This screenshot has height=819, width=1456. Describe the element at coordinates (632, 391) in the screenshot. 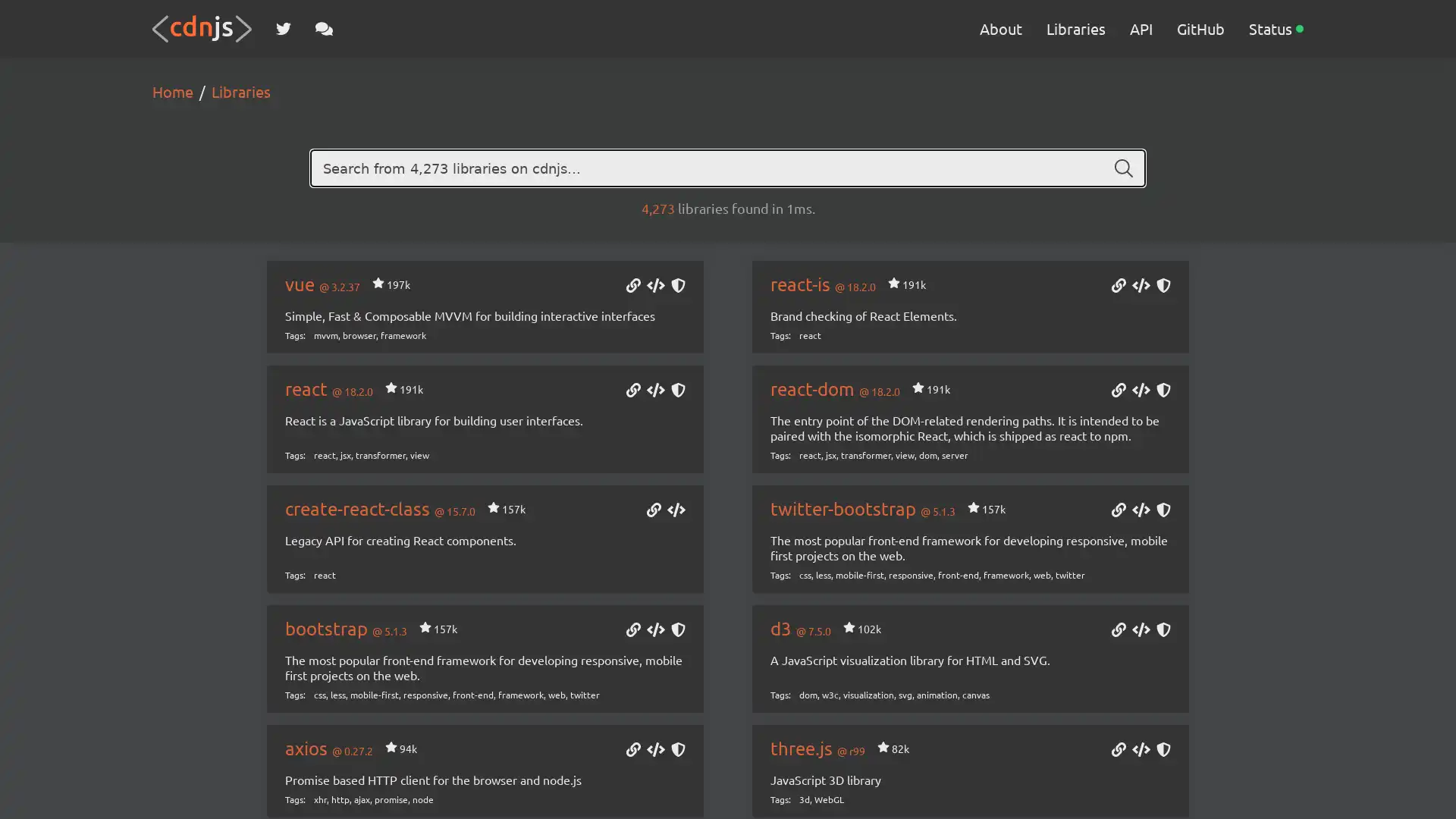

I see `Copy URL` at that location.